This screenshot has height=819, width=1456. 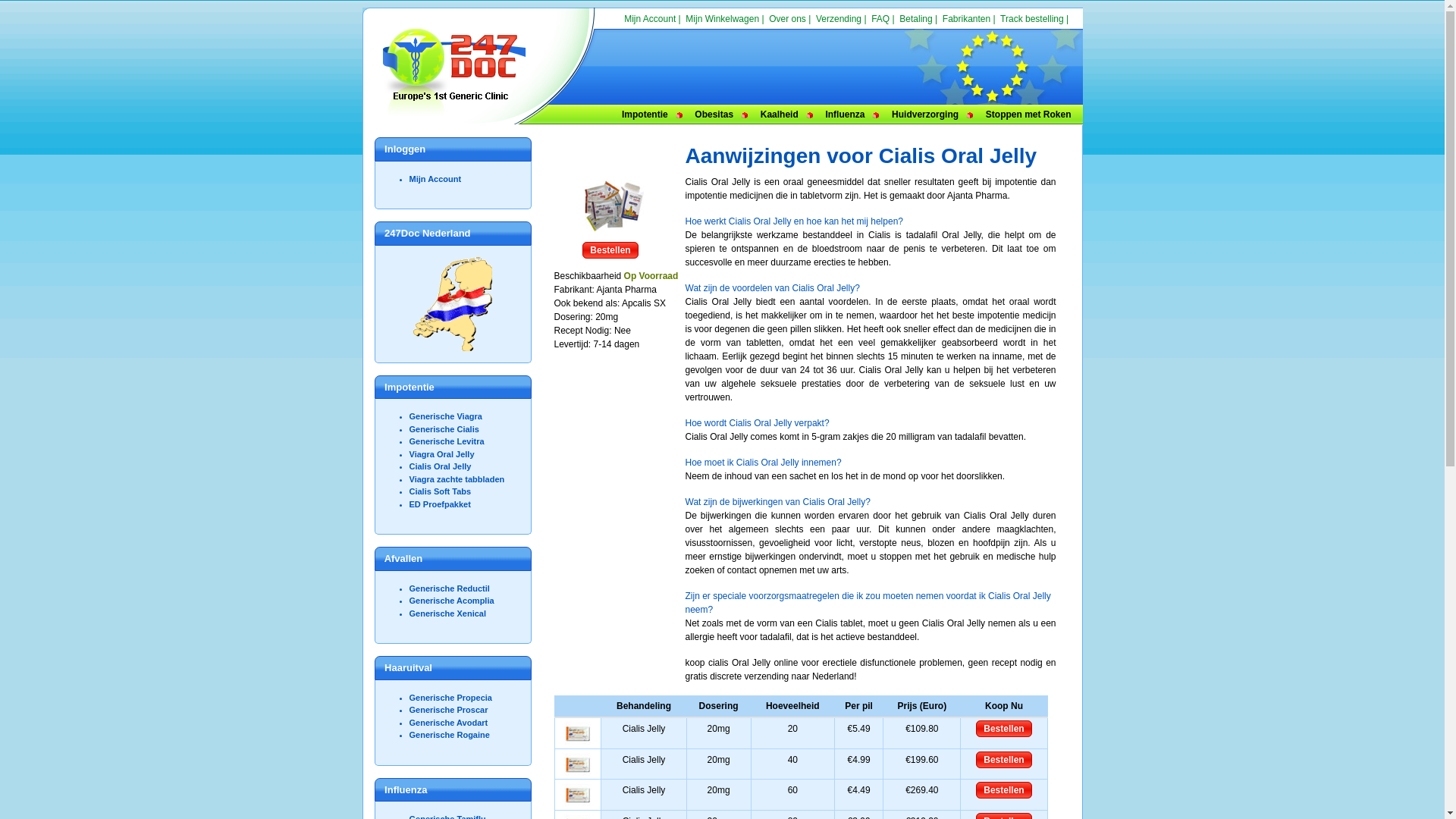 What do you see at coordinates (445, 416) in the screenshot?
I see `'Generische Viagra'` at bounding box center [445, 416].